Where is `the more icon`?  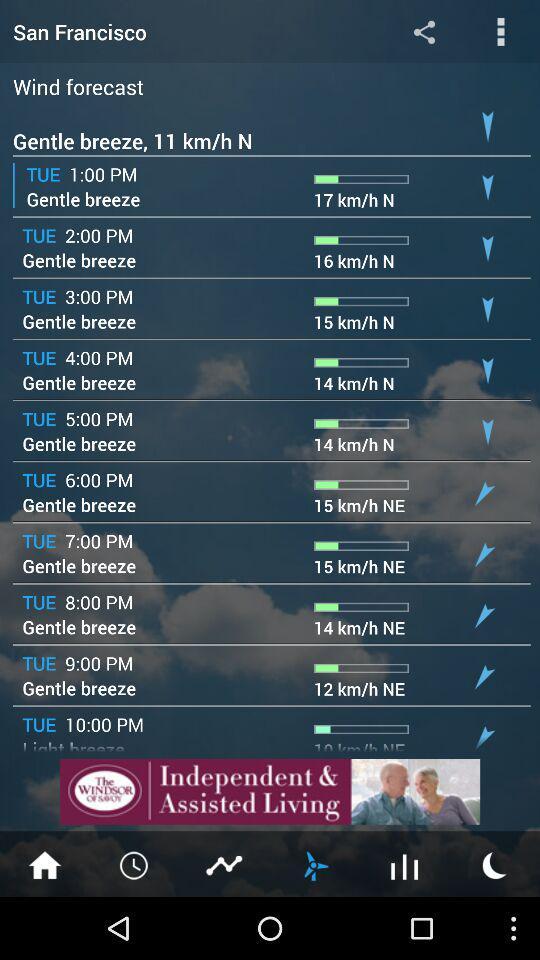
the more icon is located at coordinates (500, 33).